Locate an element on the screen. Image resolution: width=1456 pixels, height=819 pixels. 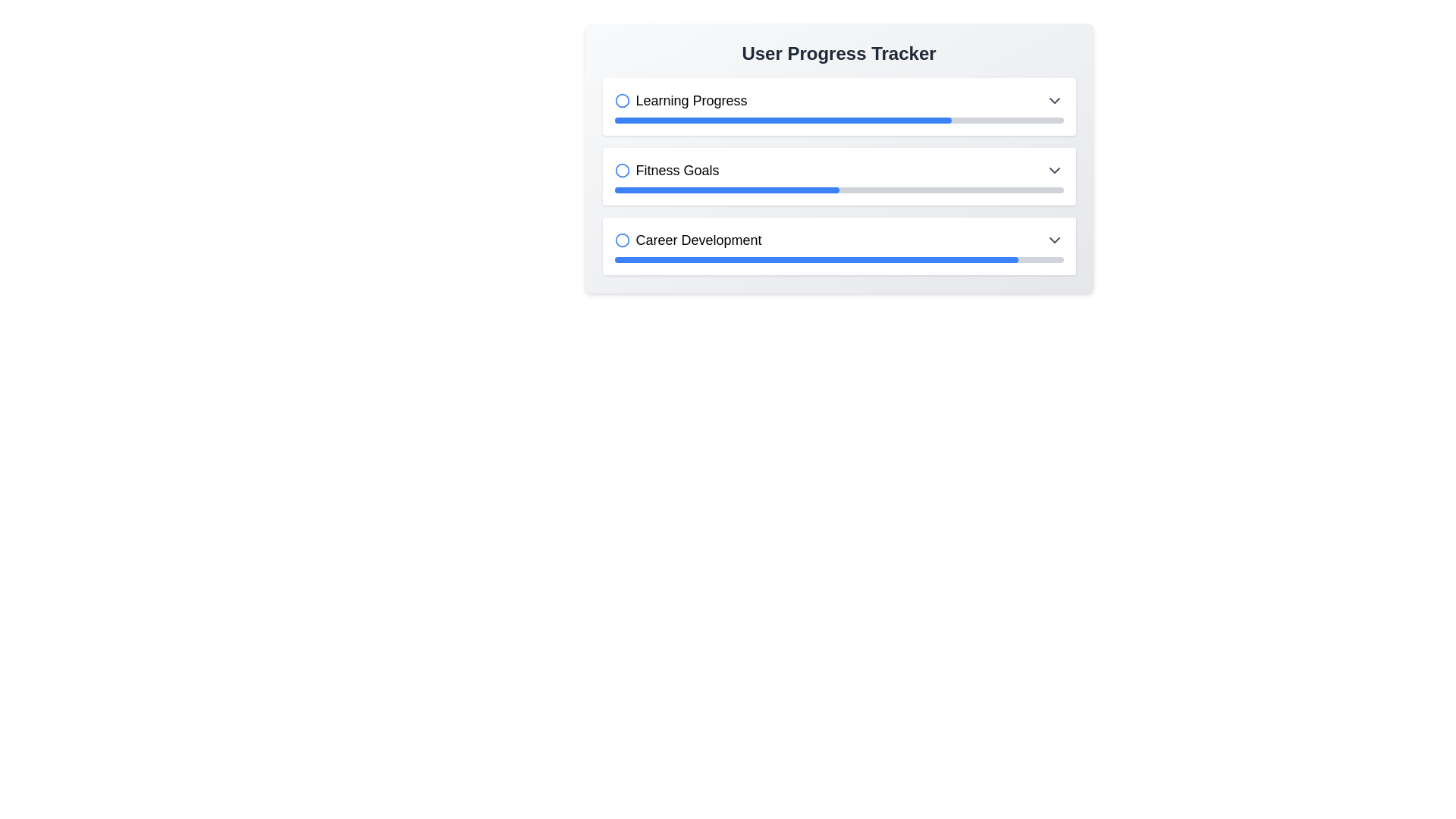
the Dropdown button located at the far-right end of the 'Learning Progress' section in the 'User Progress Tracker' interface to trigger a hover effect is located at coordinates (1053, 100).